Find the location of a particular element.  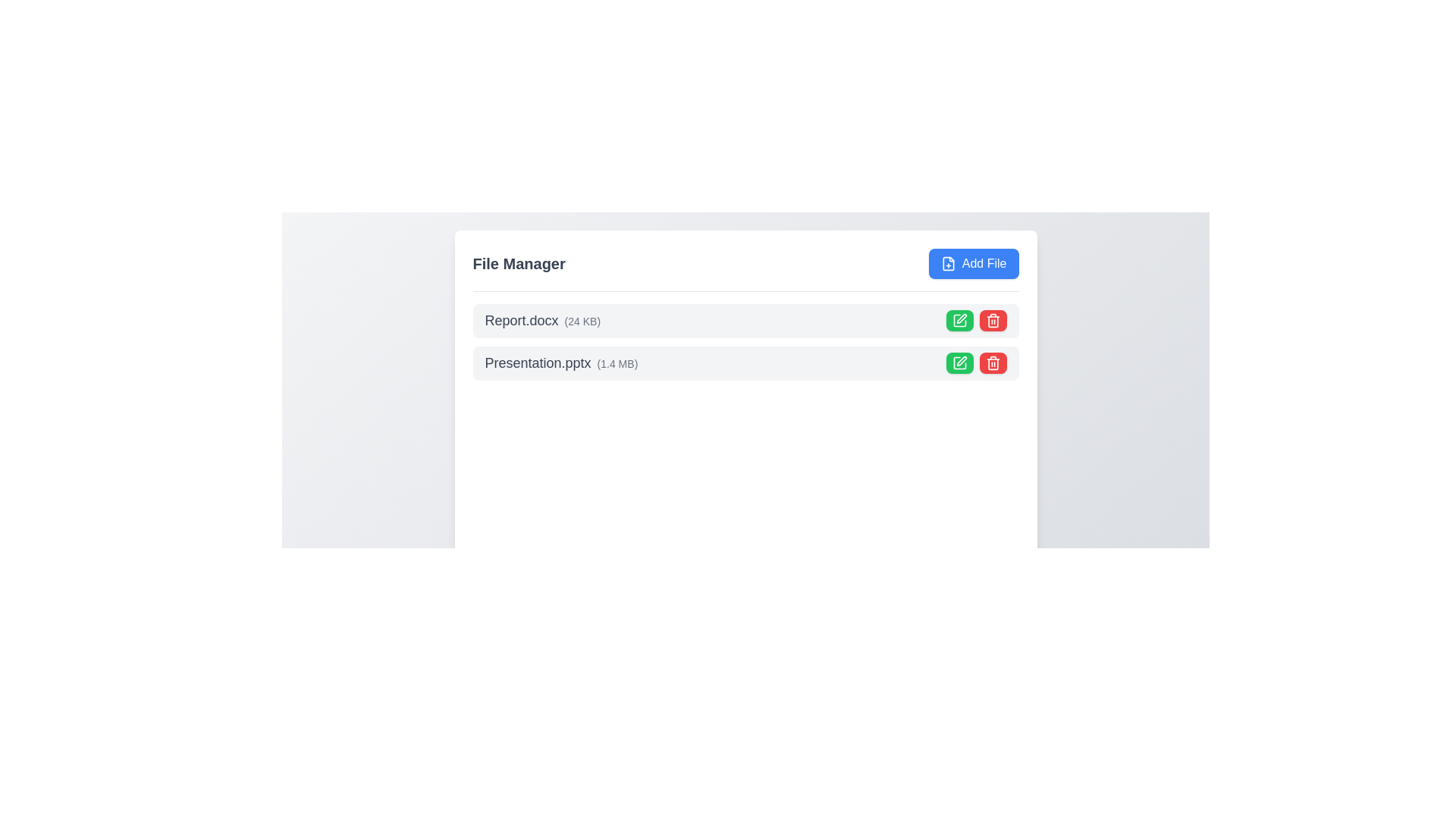

the 'File Manager' text label, which is styled in bold dark gray and positioned at the top-left of the file management interface is located at coordinates (519, 262).